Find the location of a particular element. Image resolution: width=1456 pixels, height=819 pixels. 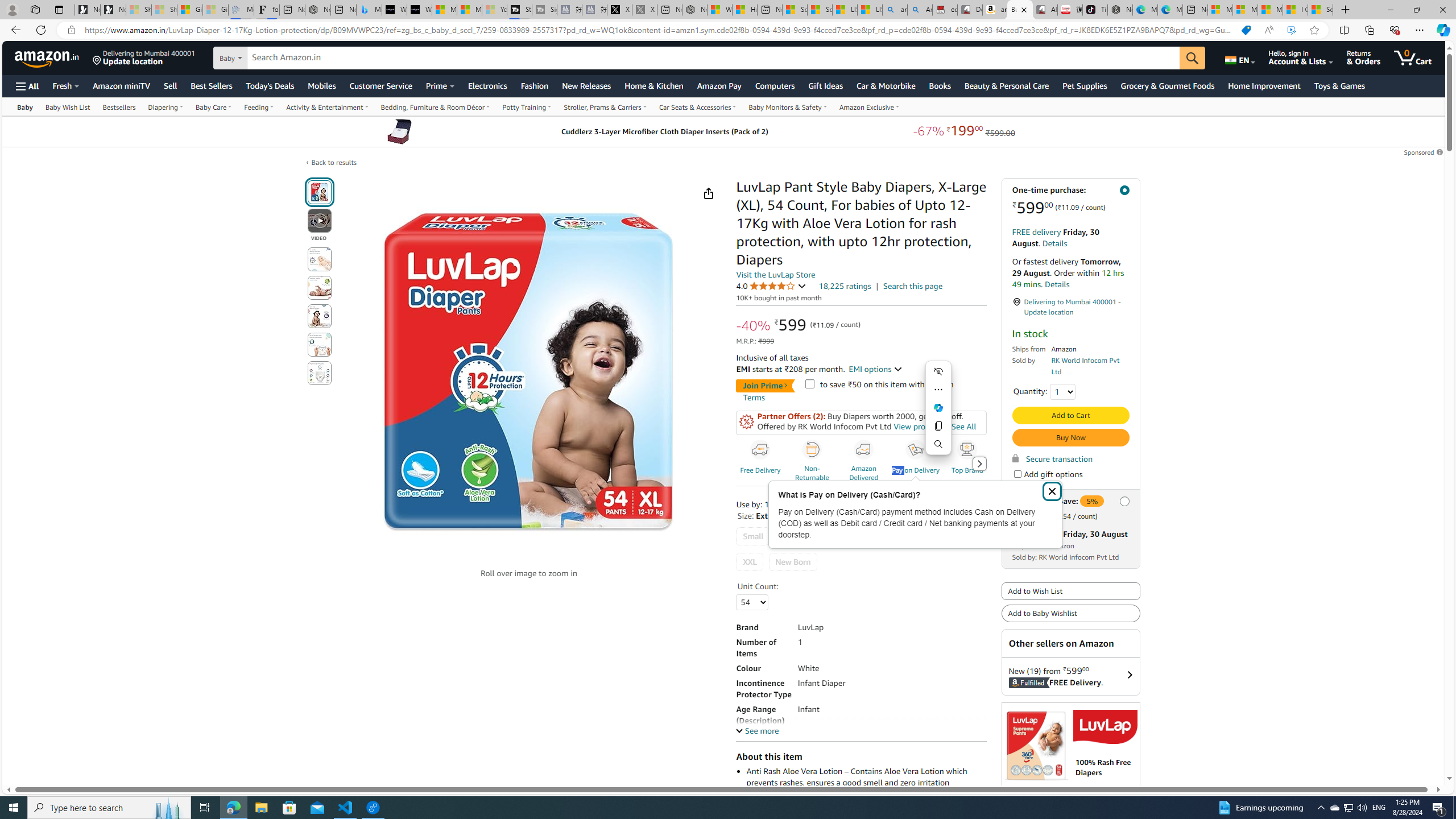

'Amazon Echo Dot PNG - Search Images' is located at coordinates (920, 9).